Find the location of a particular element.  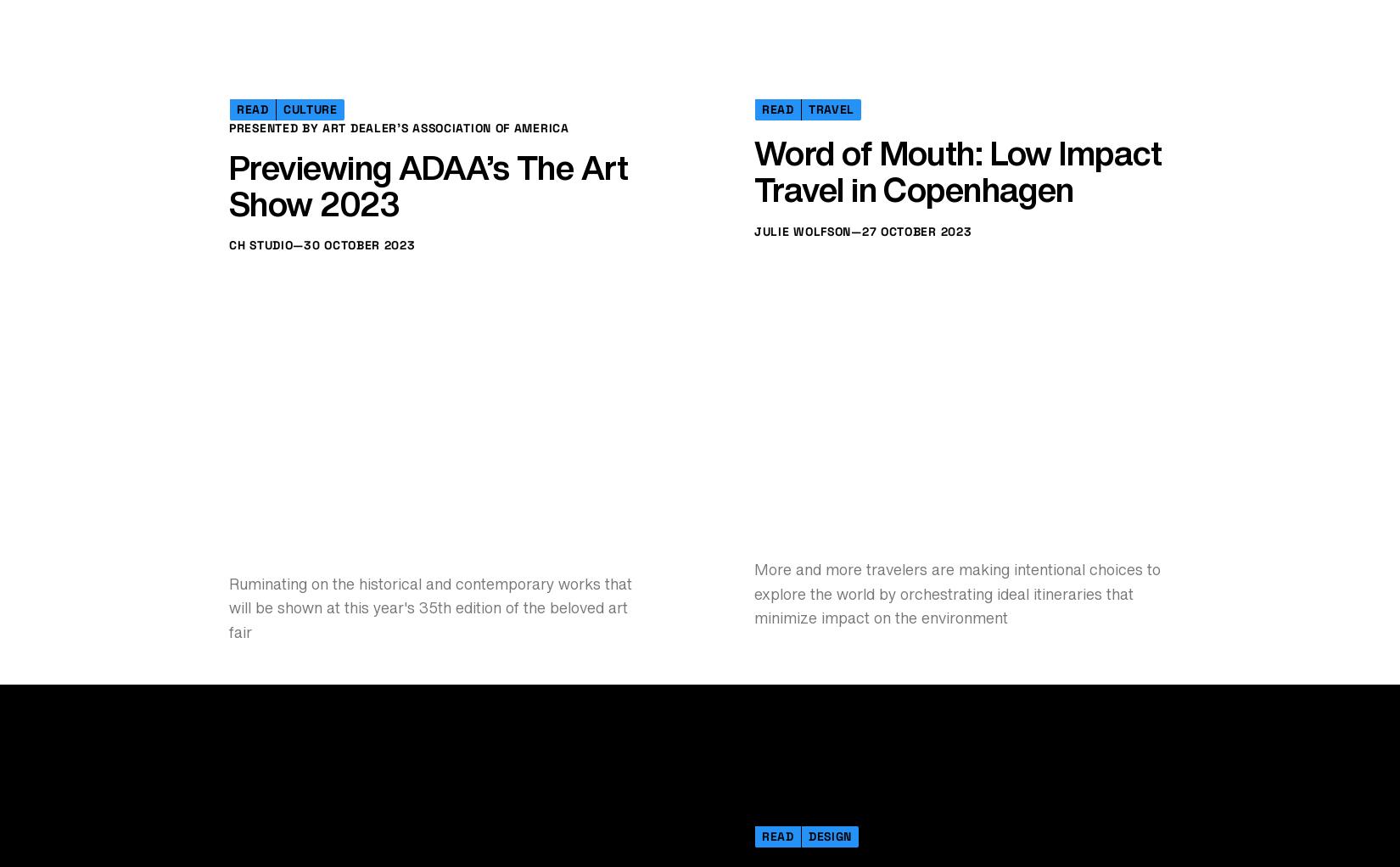

'Culture' is located at coordinates (309, 395).